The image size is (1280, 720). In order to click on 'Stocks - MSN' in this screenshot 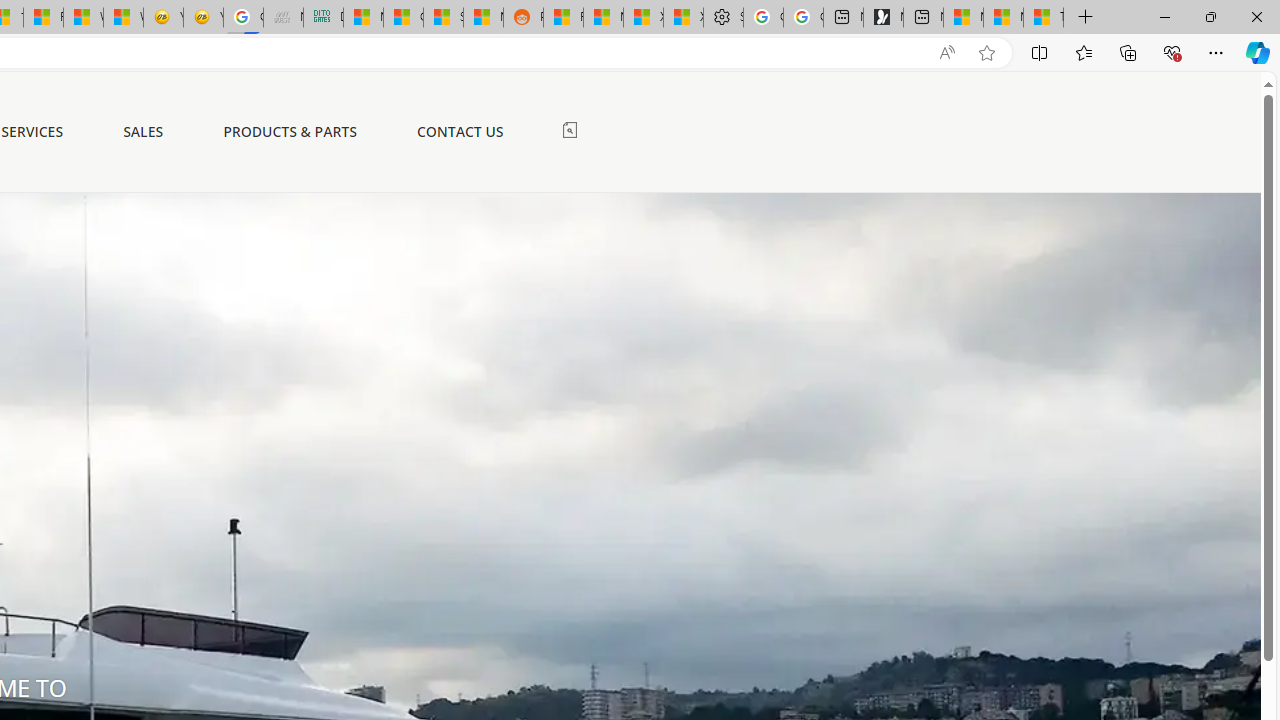, I will do `click(442, 17)`.